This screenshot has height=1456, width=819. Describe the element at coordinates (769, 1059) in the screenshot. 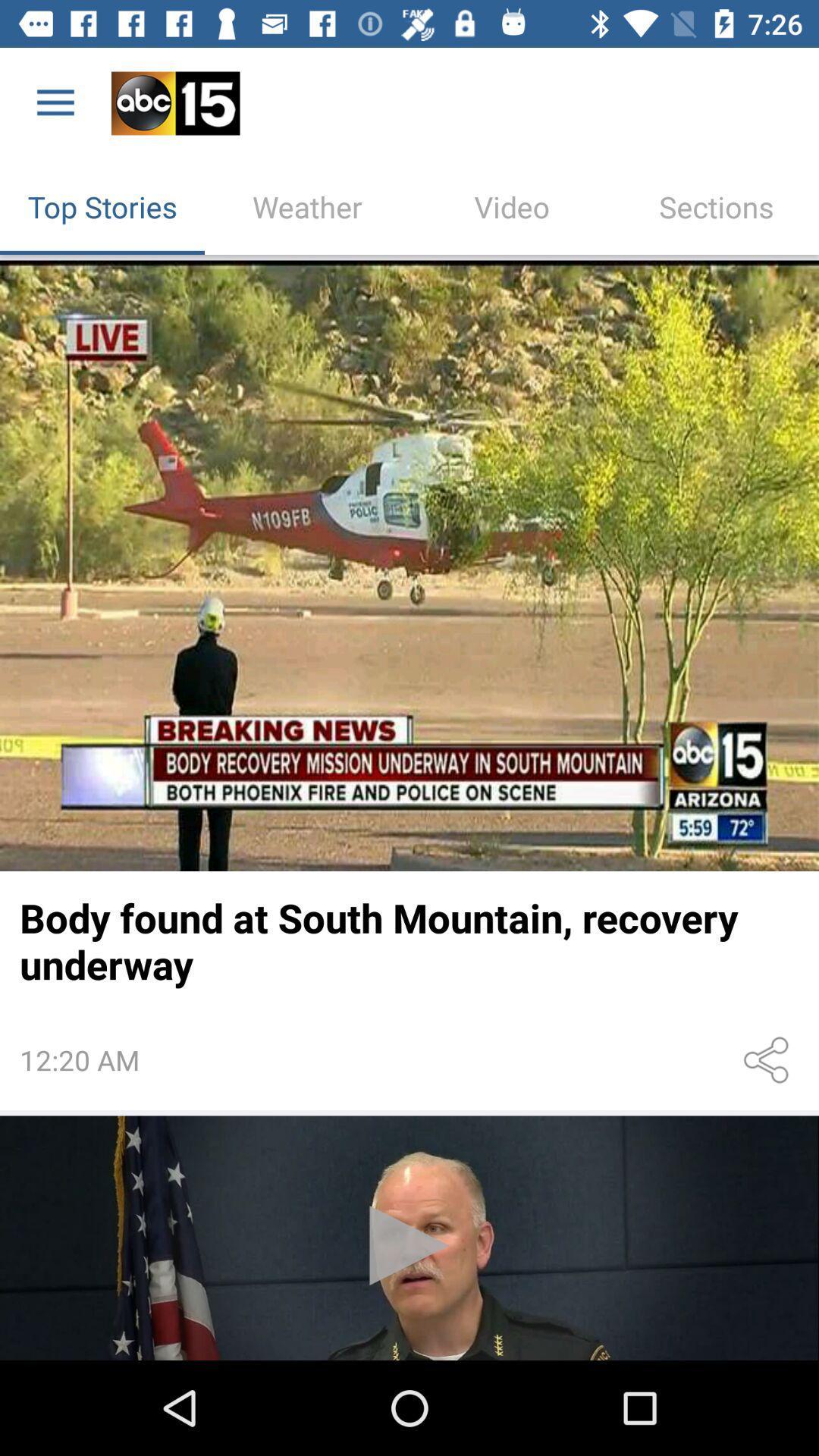

I see `share the article` at that location.